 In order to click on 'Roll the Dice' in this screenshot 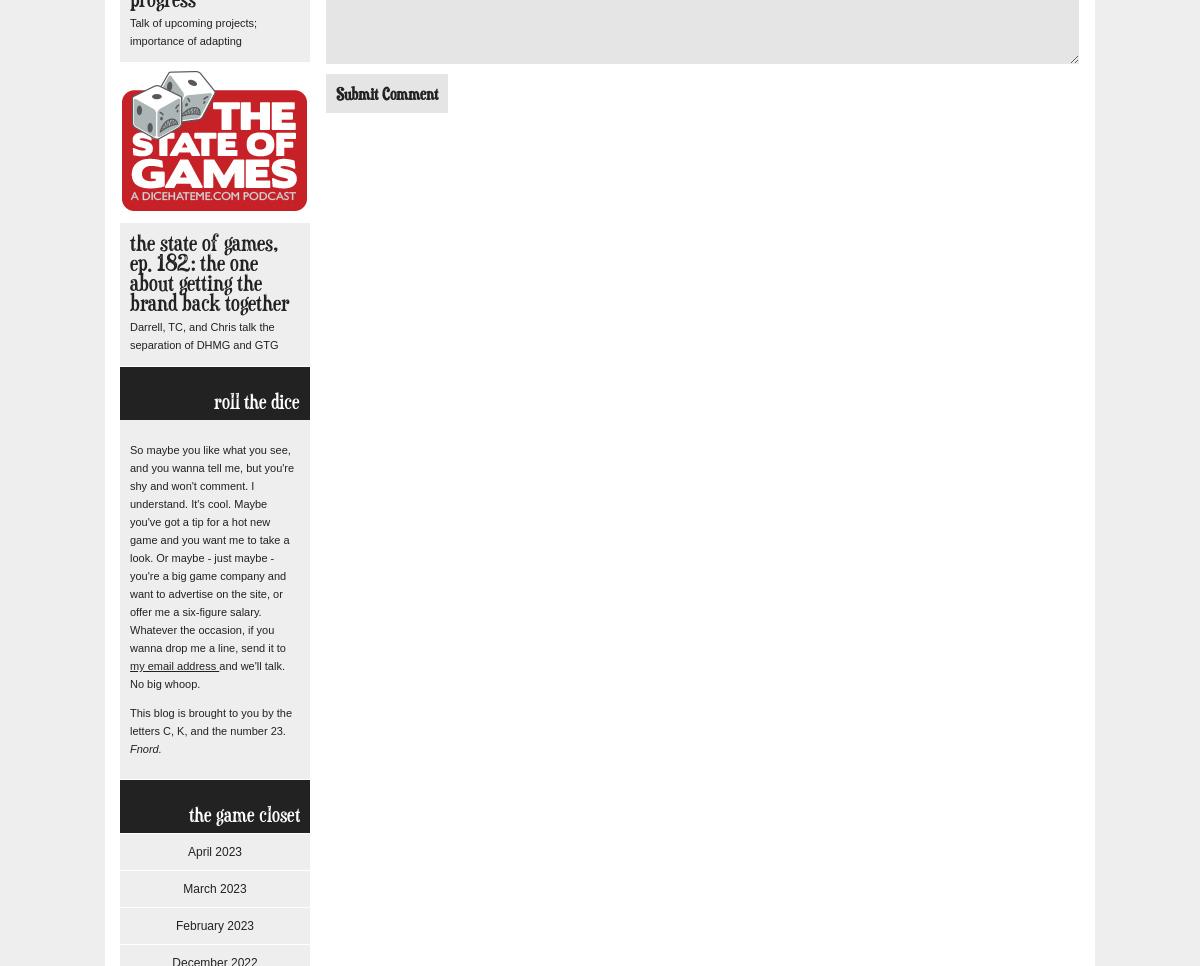, I will do `click(256, 400)`.